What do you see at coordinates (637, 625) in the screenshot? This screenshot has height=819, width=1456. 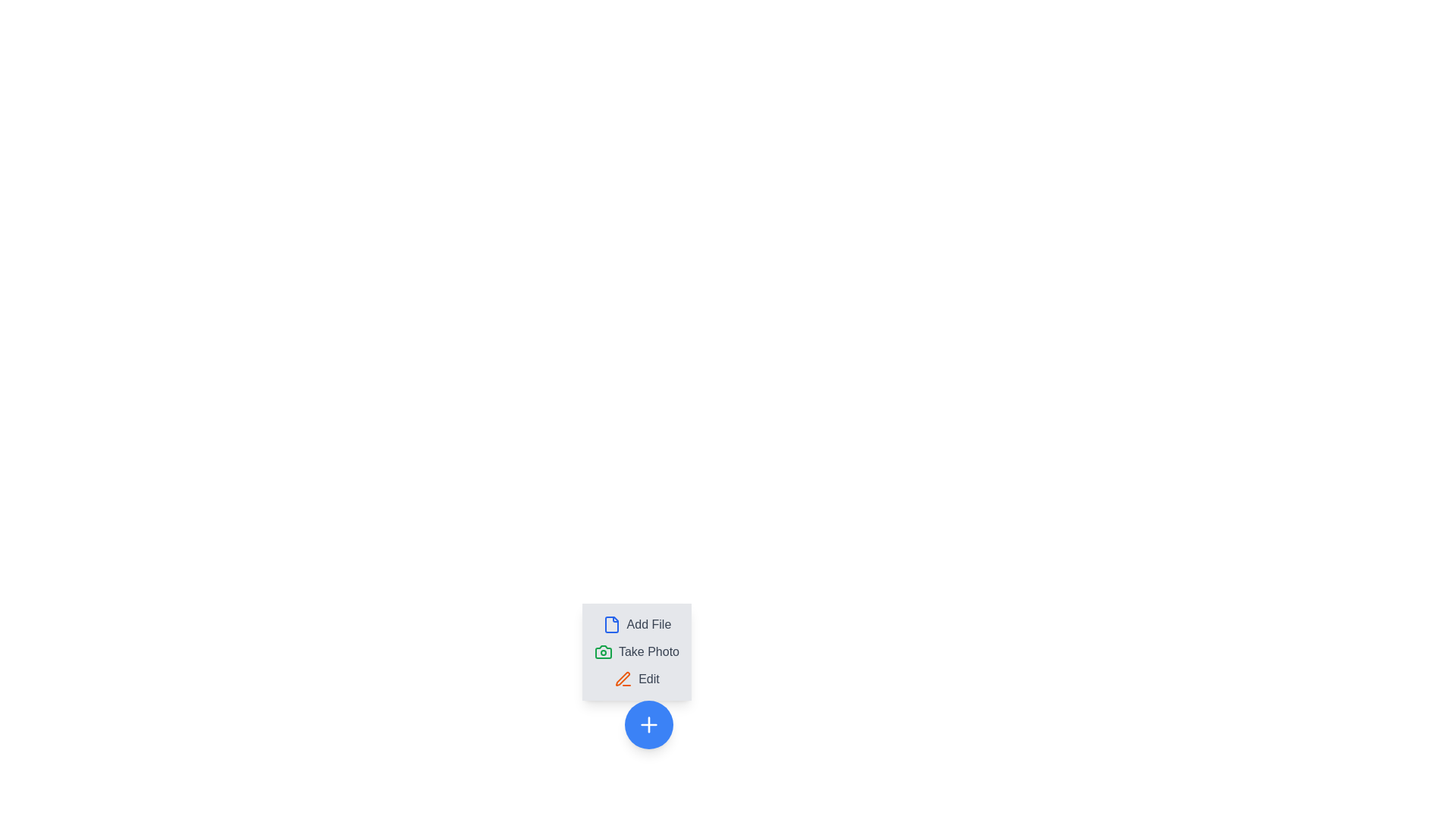 I see `the button with an icon and label that initiates the action of adding a file, located in the floating control panel near the bottom-right corner of the interface` at bounding box center [637, 625].